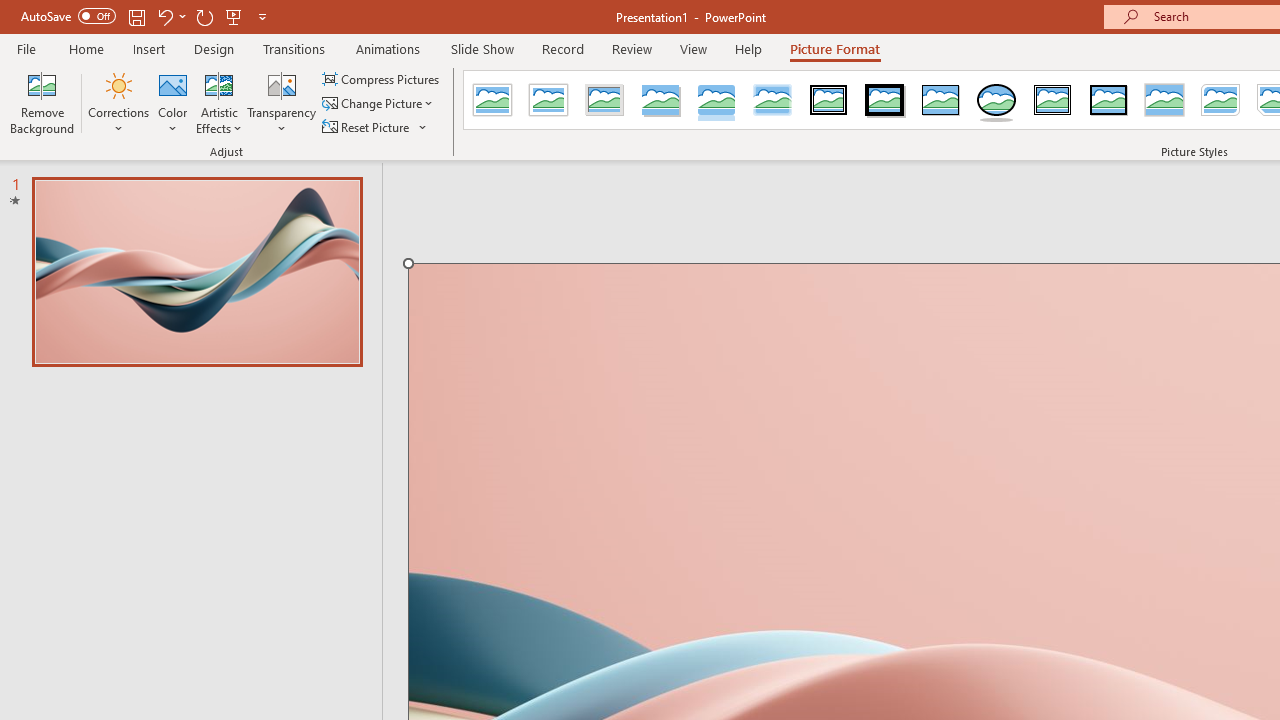  Describe the element at coordinates (144, 16) in the screenshot. I see `'Quick Access Toolbar'` at that location.